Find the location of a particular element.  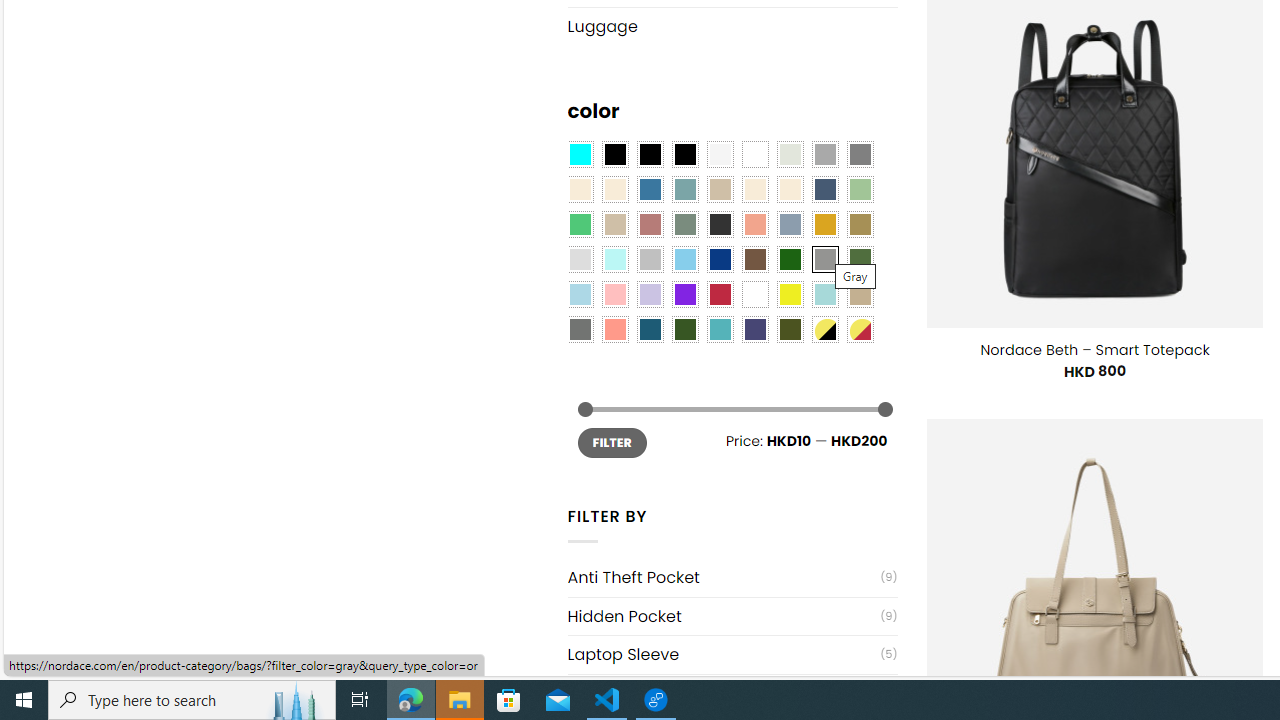

'Light Gray' is located at coordinates (578, 258).